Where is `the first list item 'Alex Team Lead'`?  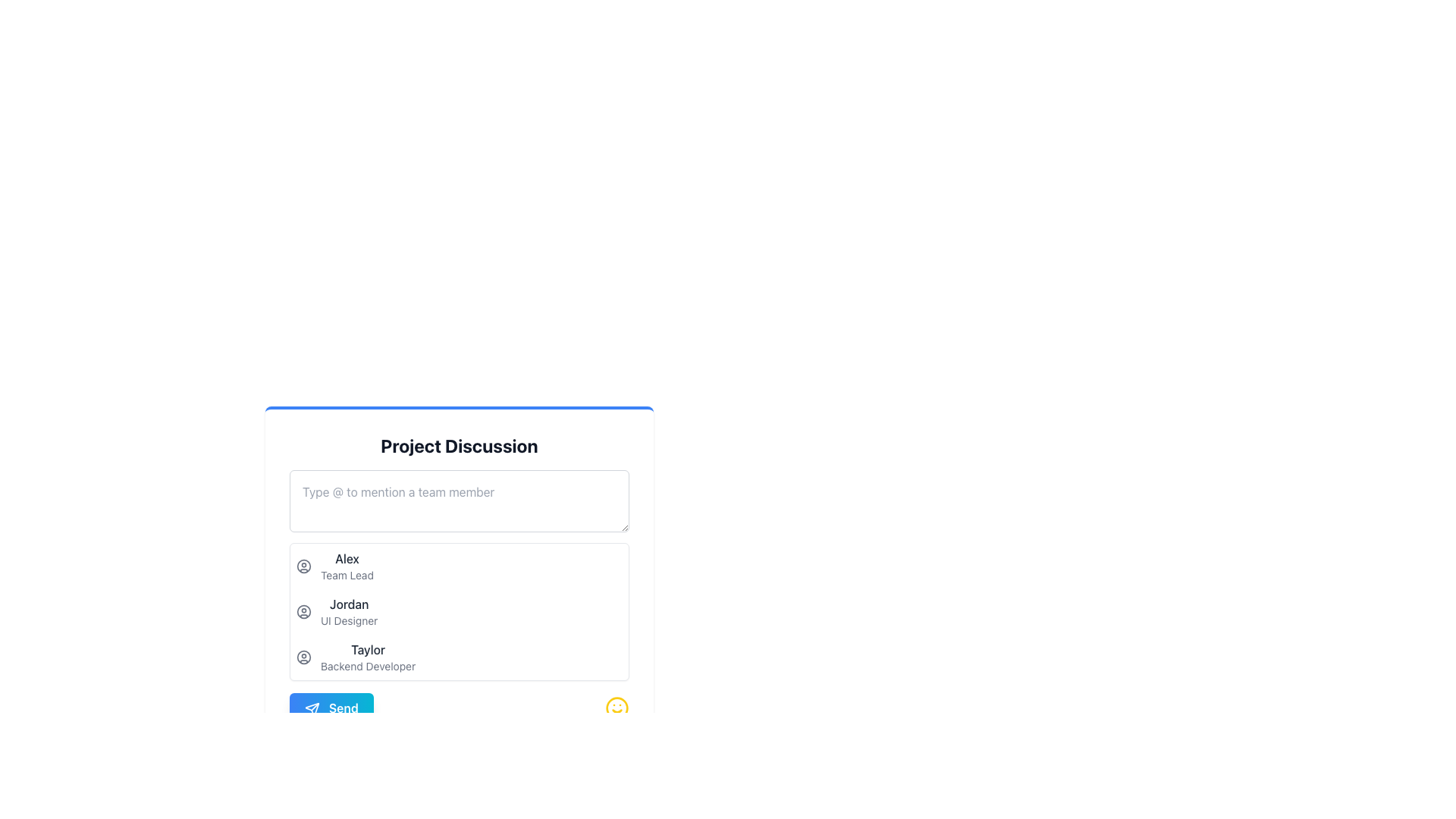 the first list item 'Alex Team Lead' is located at coordinates (458, 566).